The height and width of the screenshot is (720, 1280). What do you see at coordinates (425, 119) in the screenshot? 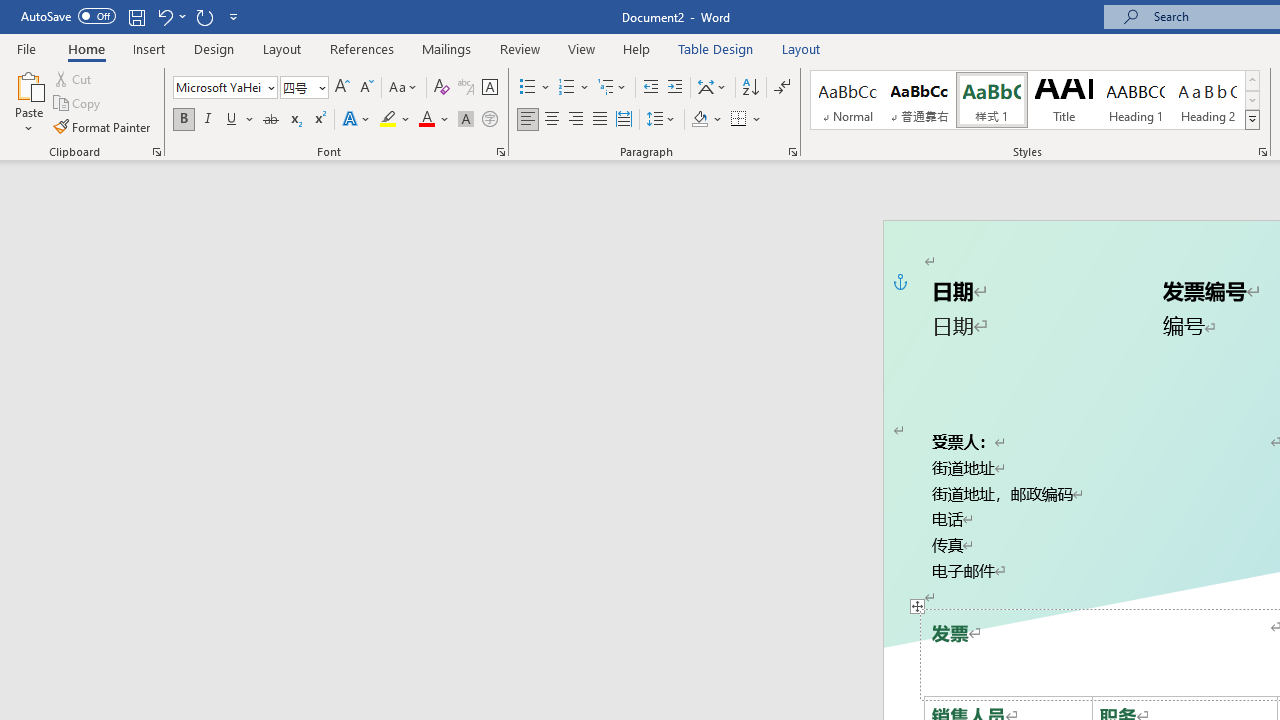
I see `'Font Color RGB(255, 0, 0)'` at bounding box center [425, 119].